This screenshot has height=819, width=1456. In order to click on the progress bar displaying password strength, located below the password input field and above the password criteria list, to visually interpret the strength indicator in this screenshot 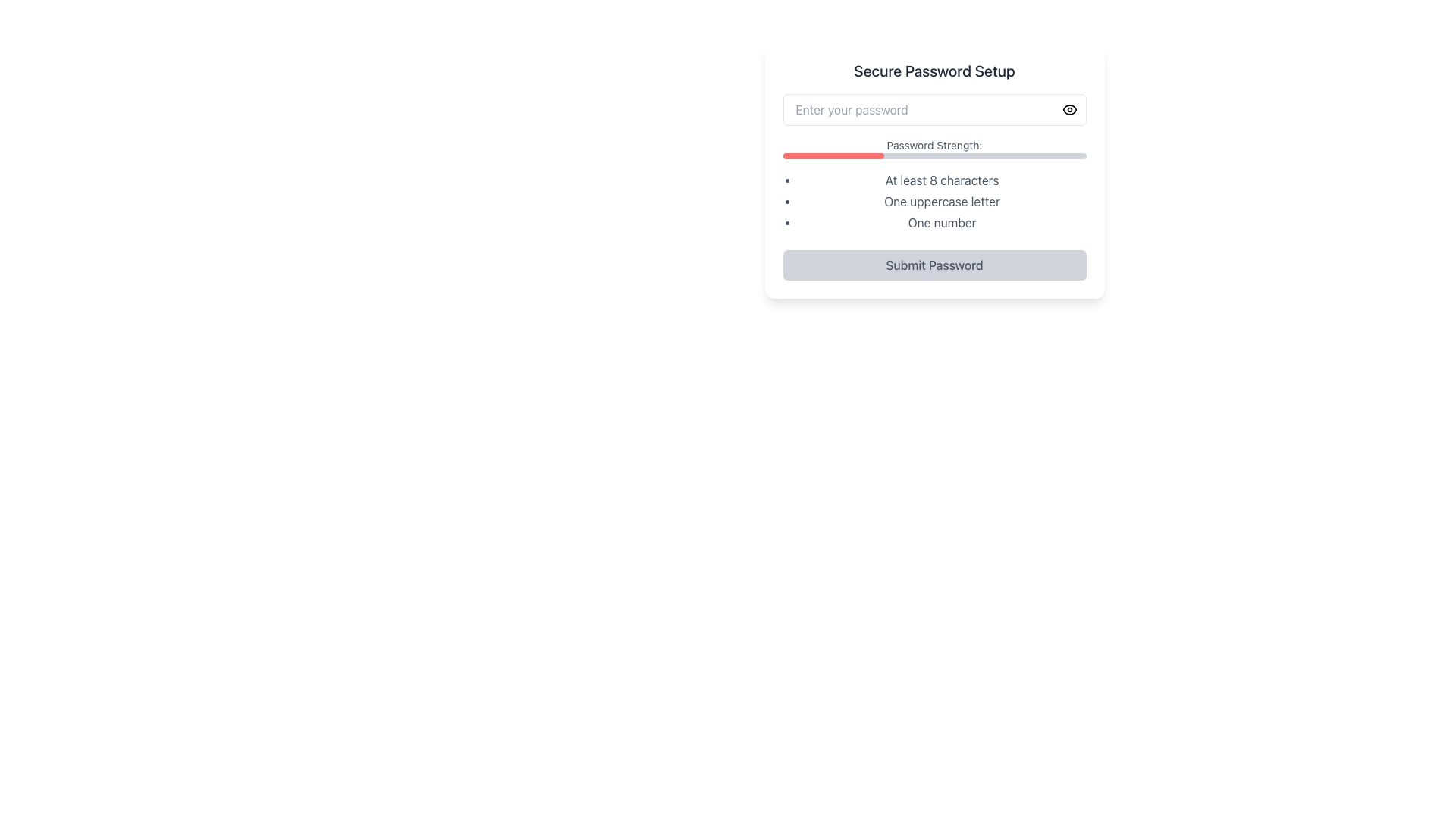, I will do `click(934, 149)`.